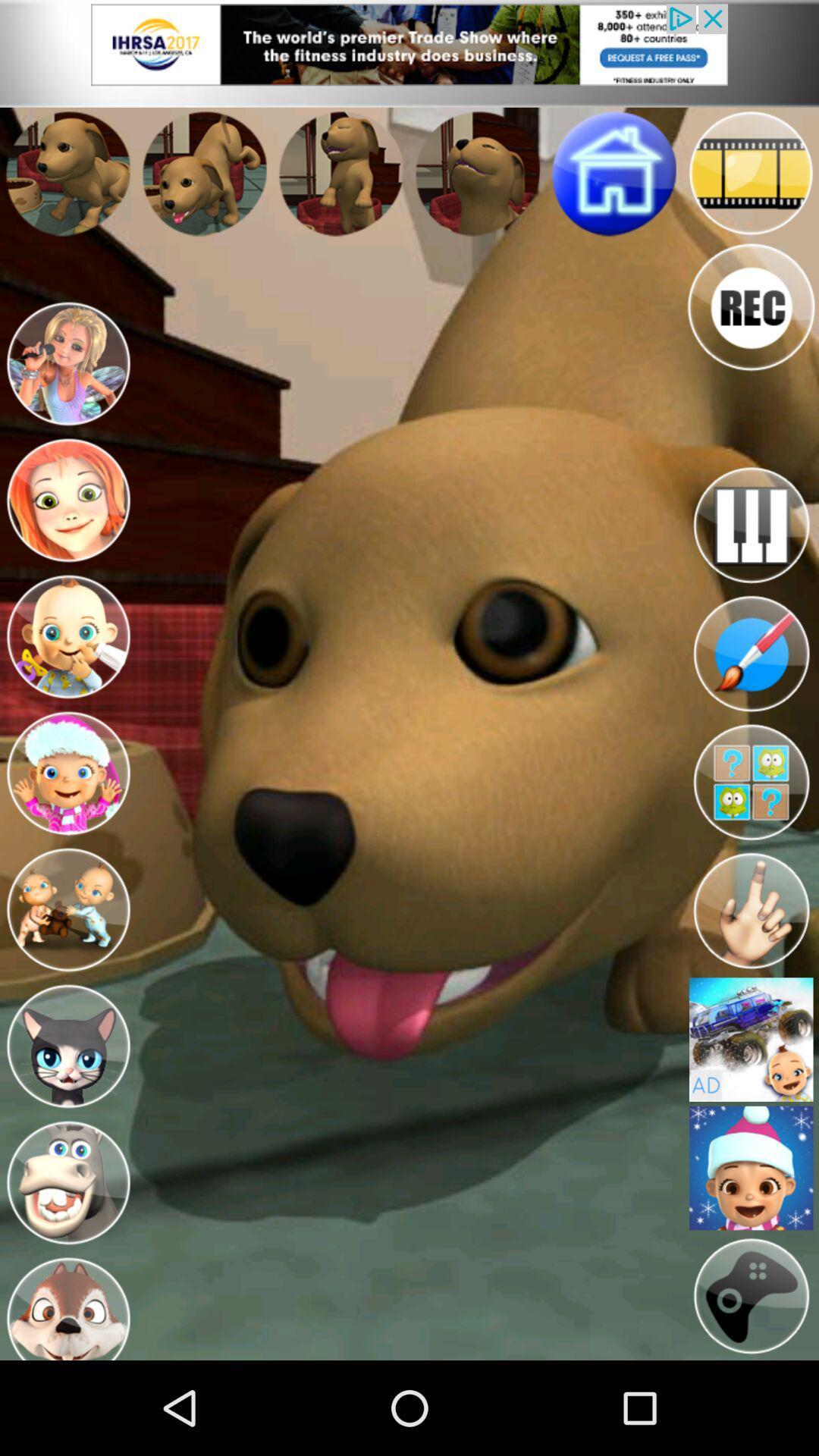  I want to click on the avatar icon, so click(67, 389).